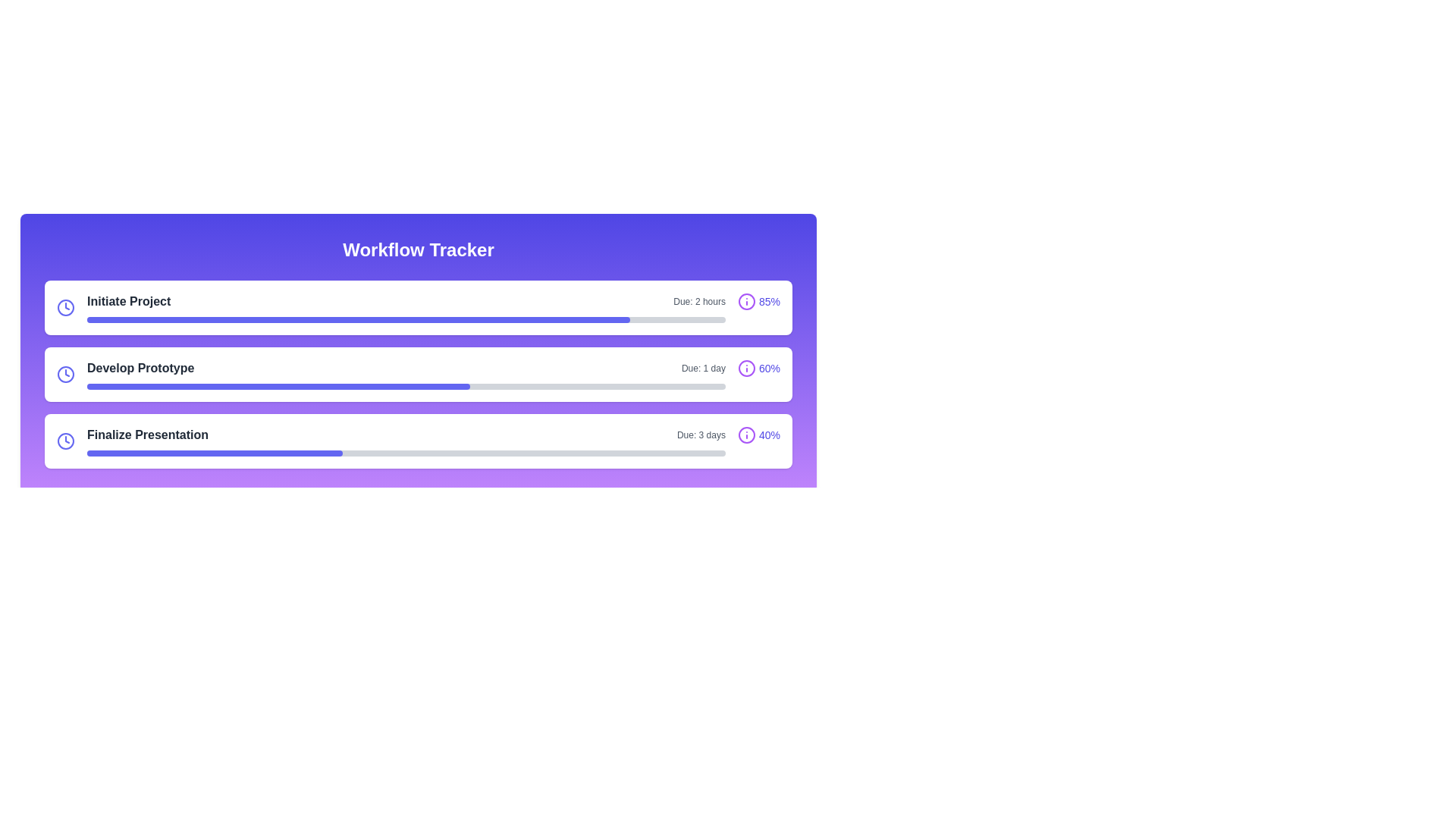 The height and width of the screenshot is (819, 1456). Describe the element at coordinates (357, 318) in the screenshot. I see `the progress bar that visually represents 85% completion of the 'Initiate Project' task in the 'Workflow Tracker' interface` at that location.